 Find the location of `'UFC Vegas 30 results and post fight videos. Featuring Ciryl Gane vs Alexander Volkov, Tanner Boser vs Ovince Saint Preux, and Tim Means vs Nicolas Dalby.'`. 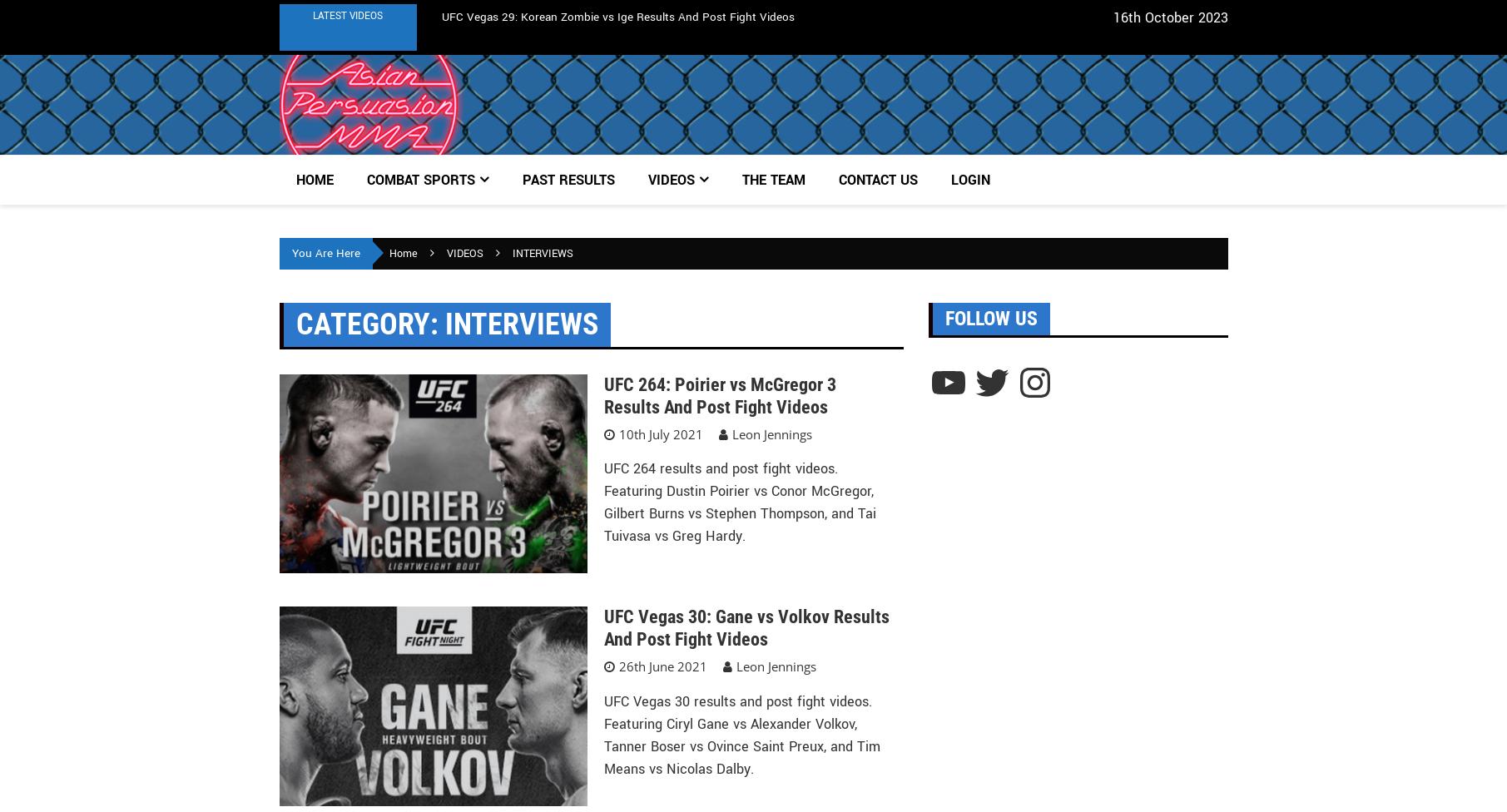

'UFC Vegas 30 results and post fight videos. Featuring Ciryl Gane vs Alexander Volkov, Tanner Boser vs Ovince Saint Preux, and Tim Means vs Nicolas Dalby.' is located at coordinates (741, 733).